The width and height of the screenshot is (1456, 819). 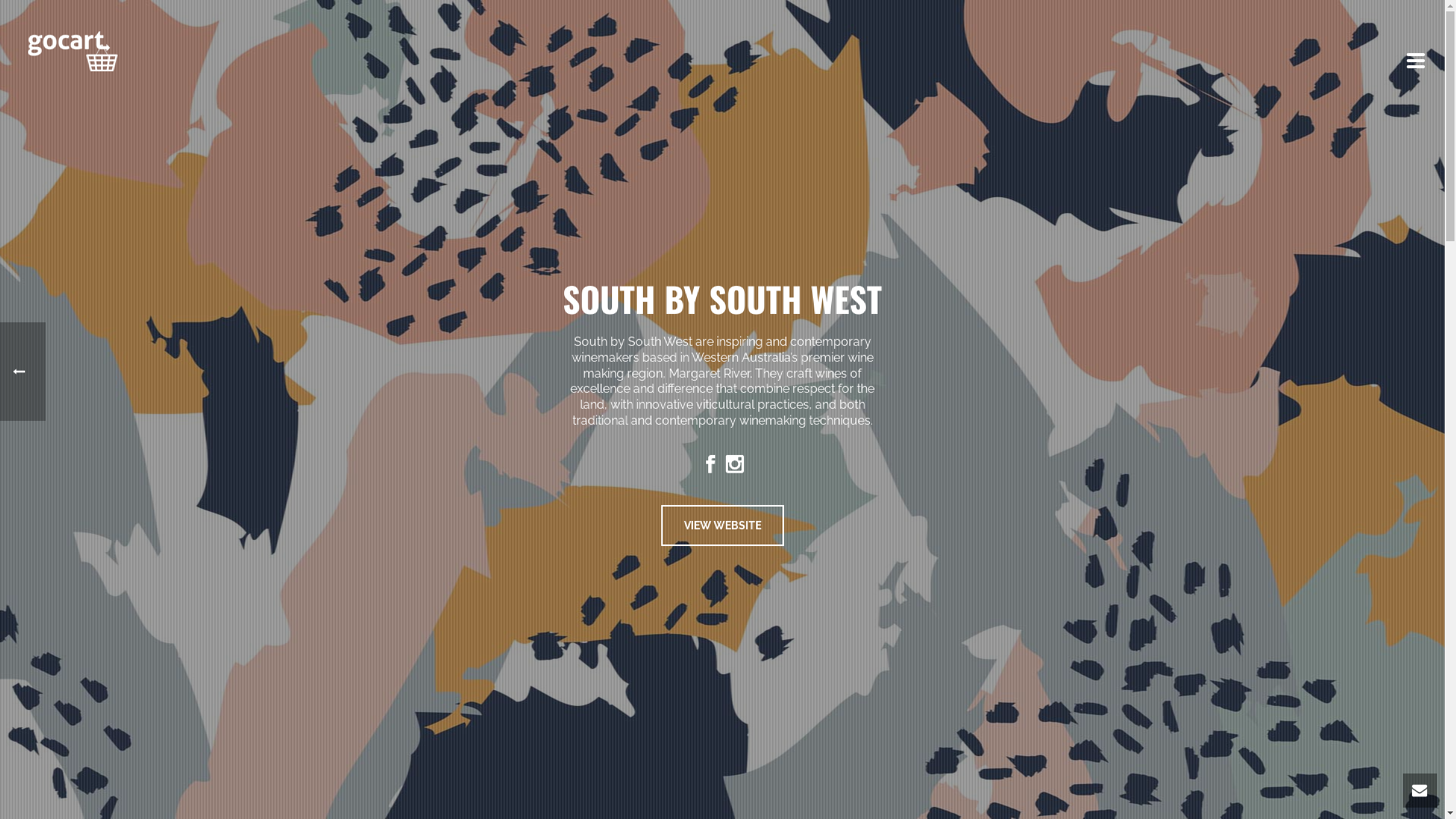 I want to click on 'SOUTH BY SOUTH WEST', so click(x=721, y=298).